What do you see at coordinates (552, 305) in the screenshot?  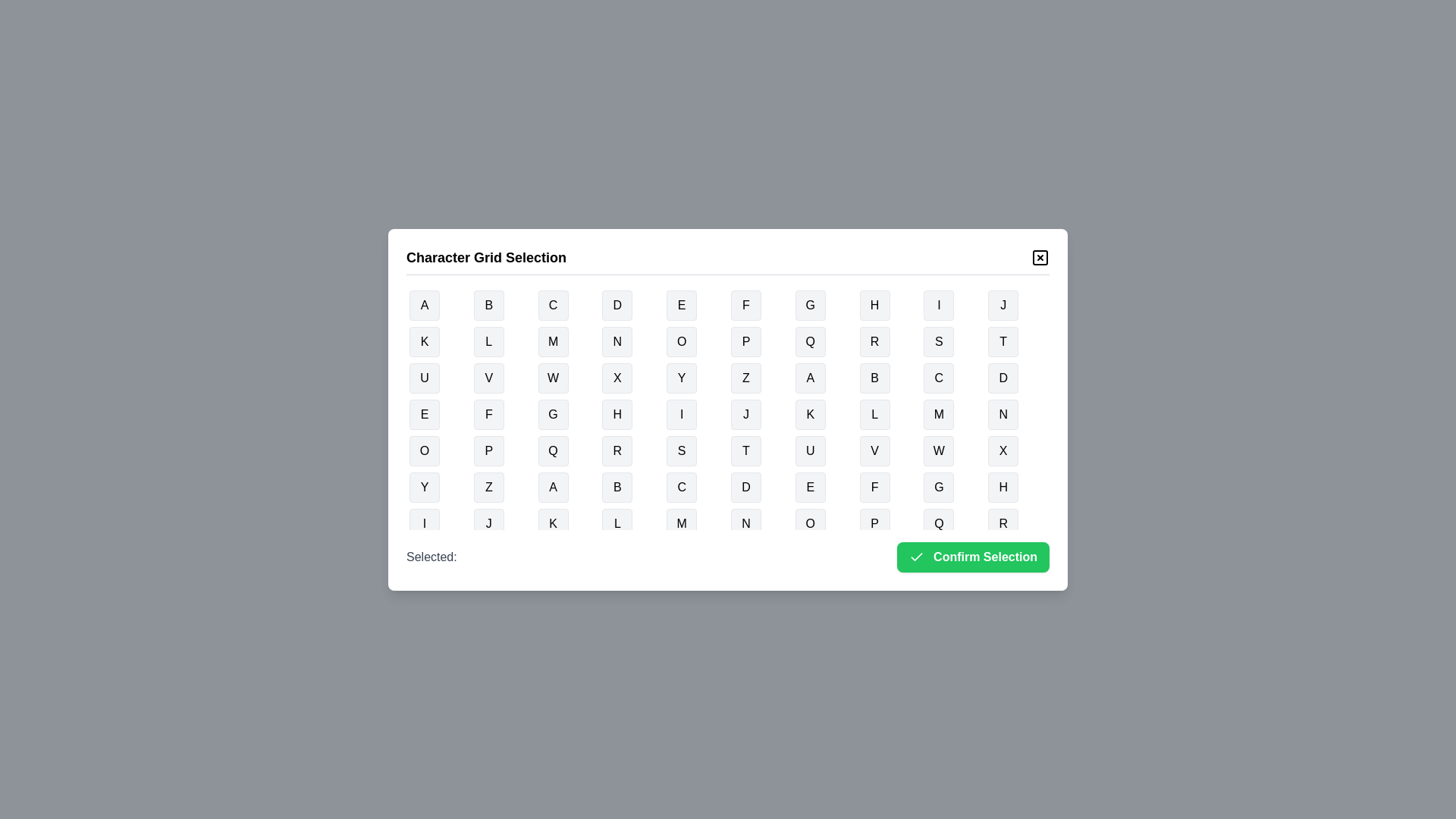 I see `the button representing the character C` at bounding box center [552, 305].